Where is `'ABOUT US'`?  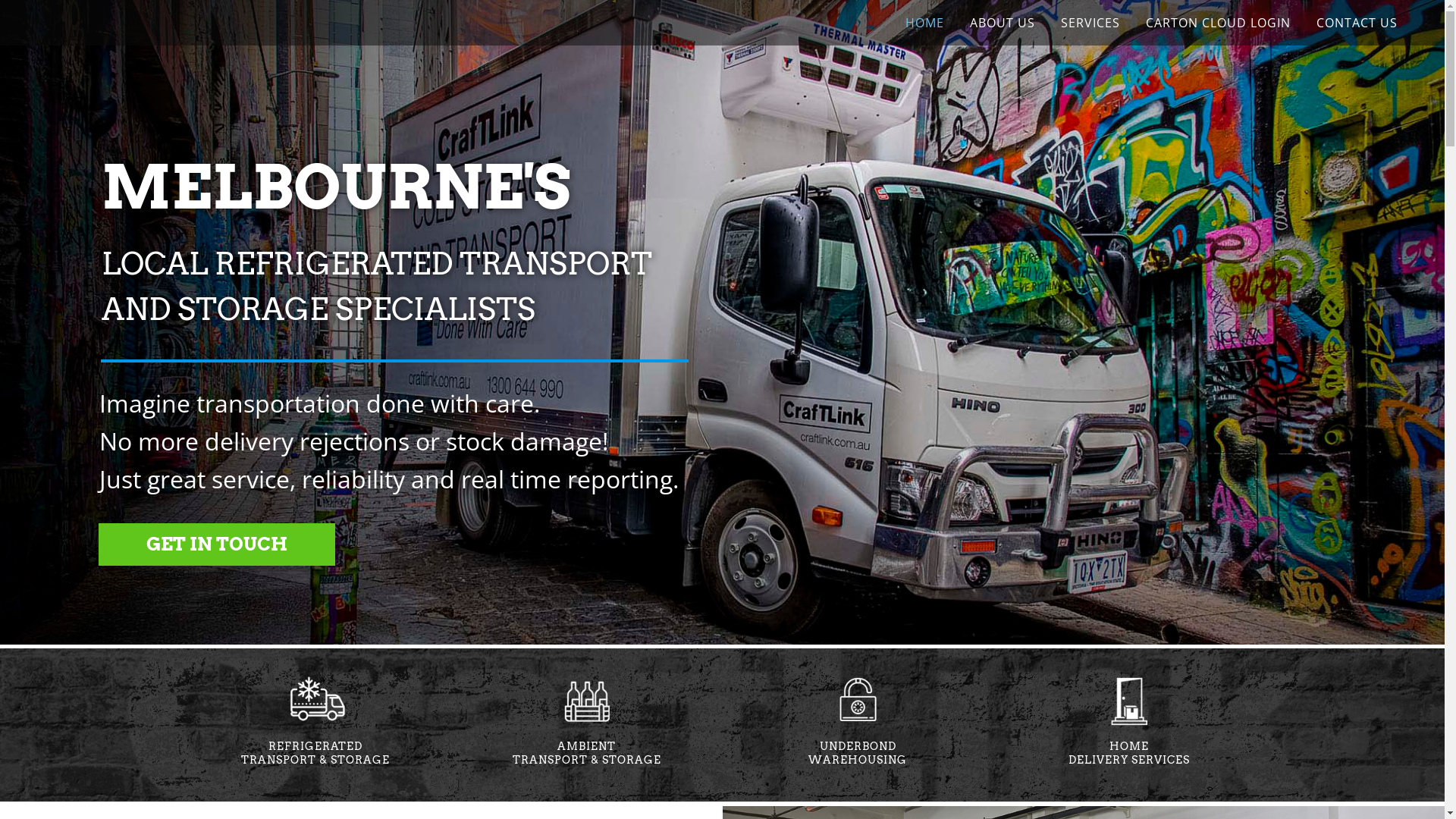 'ABOUT US' is located at coordinates (956, 23).